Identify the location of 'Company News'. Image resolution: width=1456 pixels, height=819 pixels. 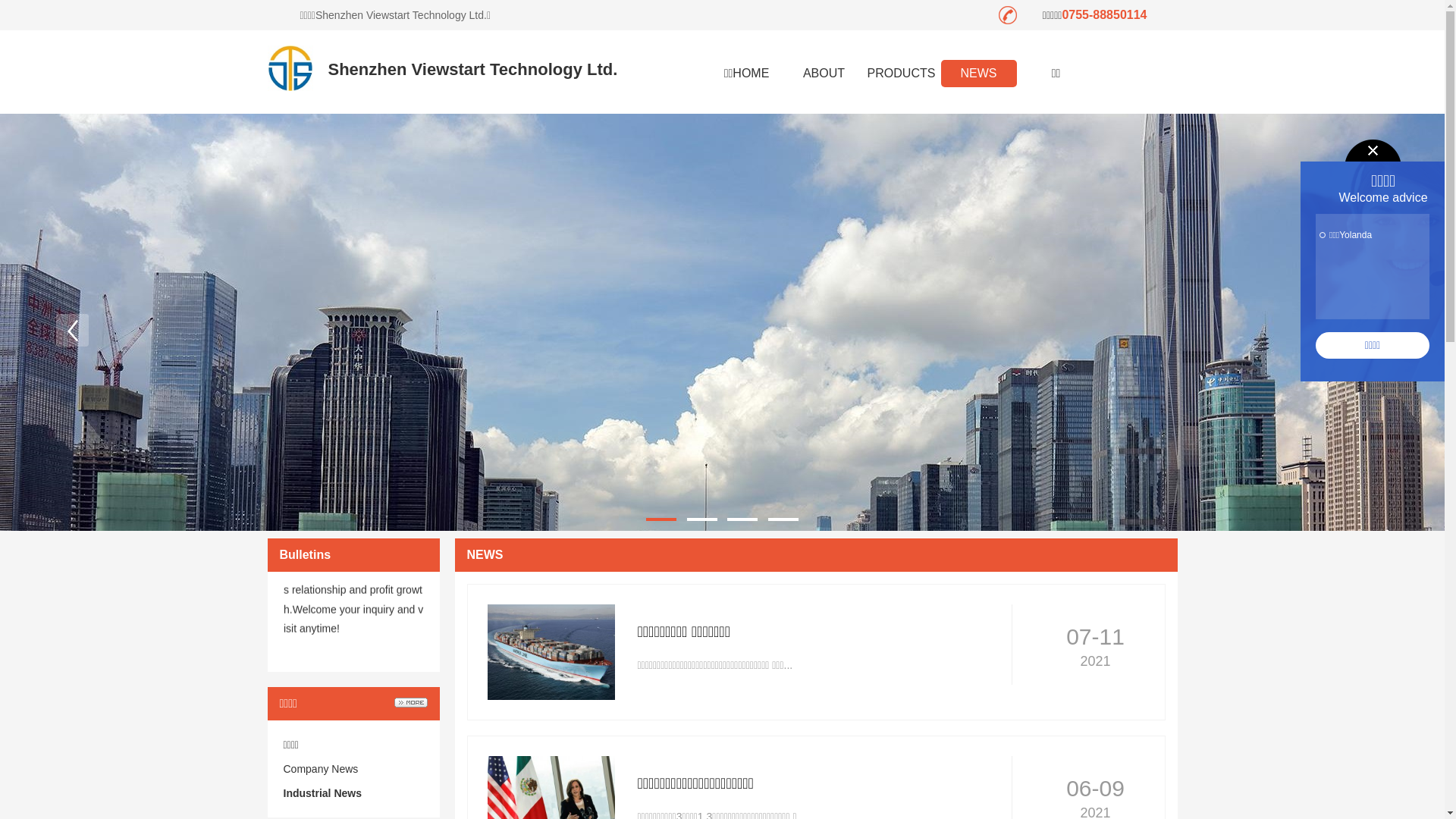
(320, 769).